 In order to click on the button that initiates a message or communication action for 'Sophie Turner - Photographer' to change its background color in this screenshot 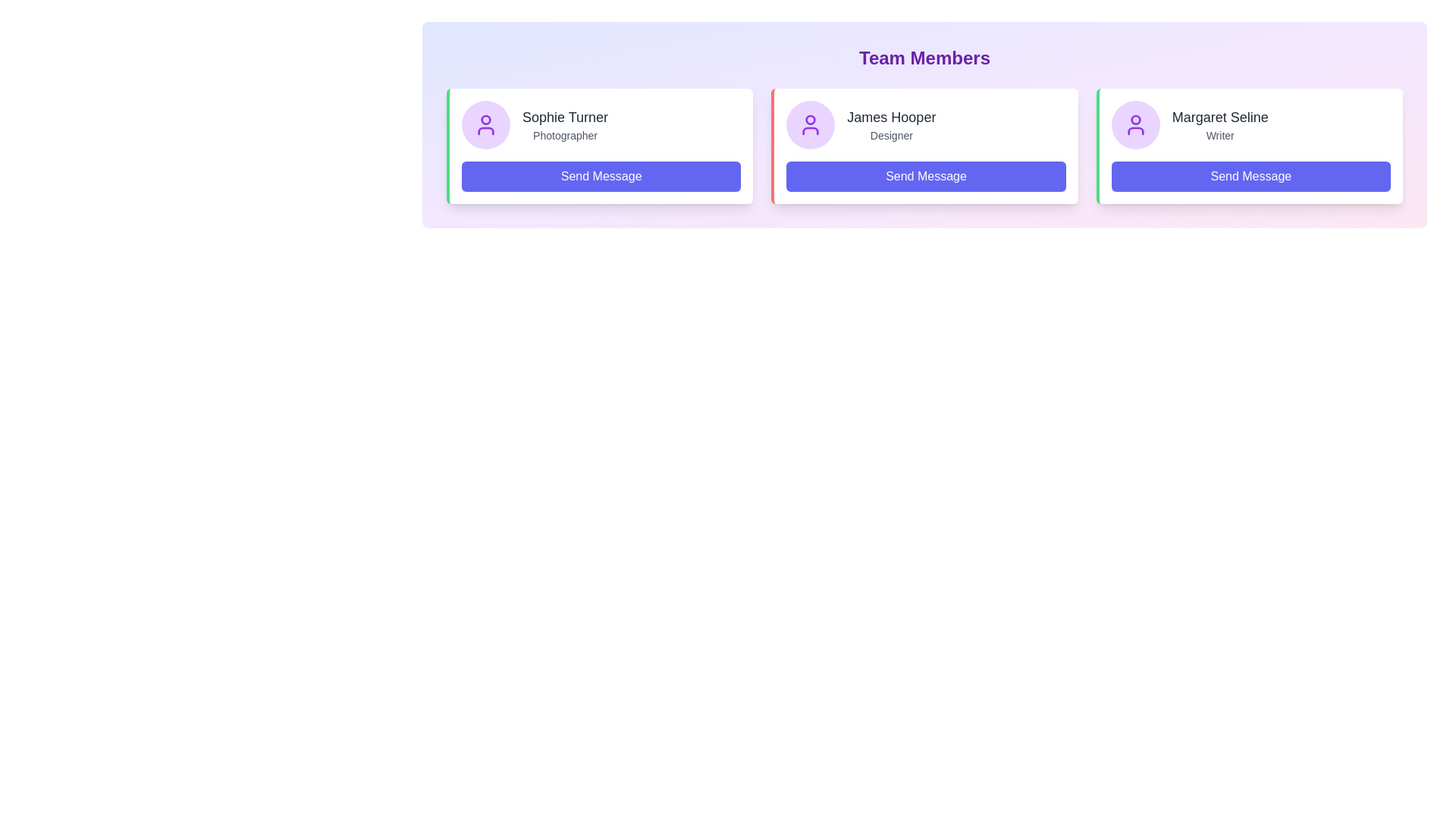, I will do `click(601, 175)`.